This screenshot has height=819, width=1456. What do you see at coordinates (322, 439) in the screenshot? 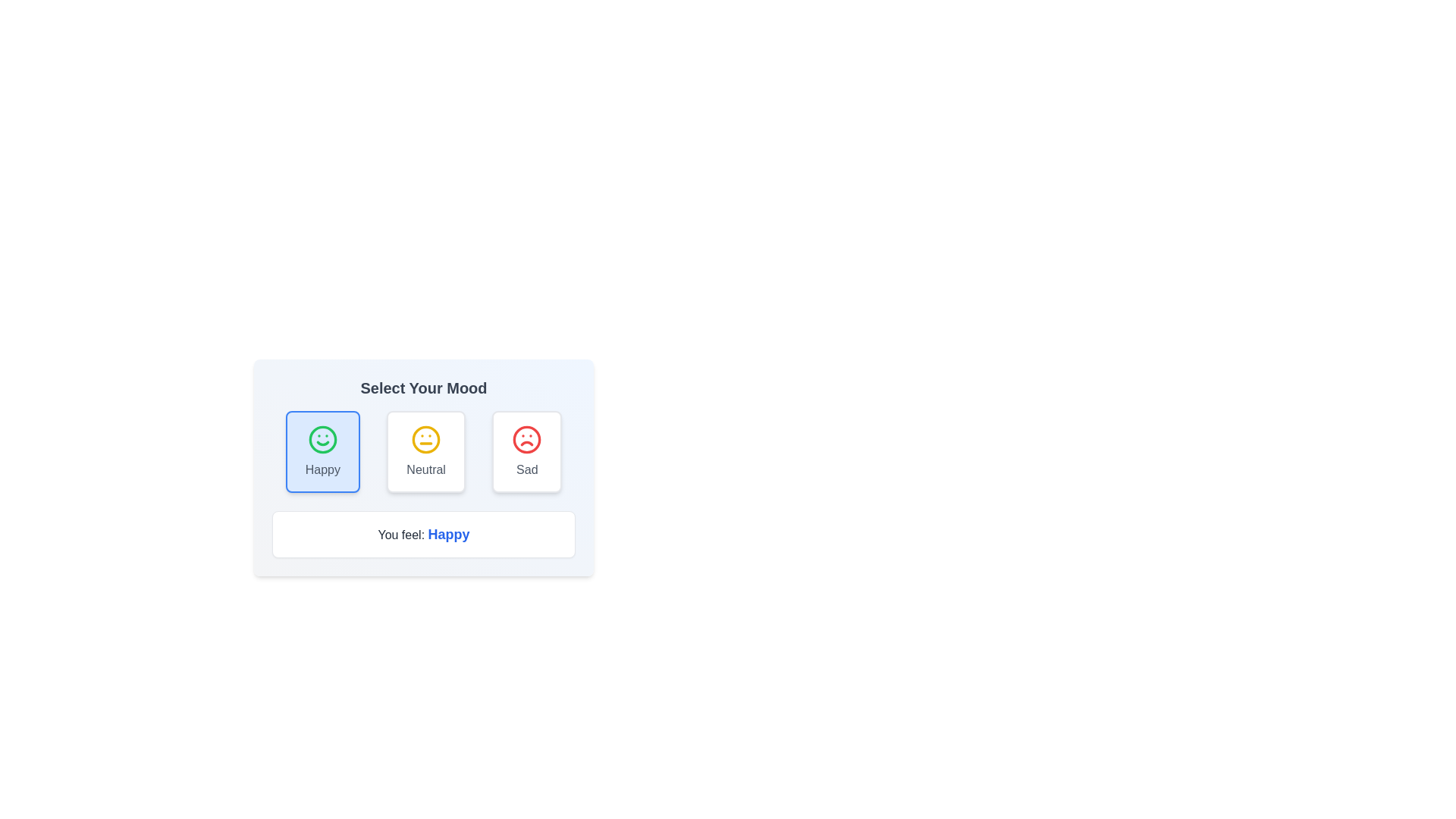
I see `the green circular outline icon representing a happy face in the mood selection options labeled 'Select Your Mood.'` at bounding box center [322, 439].